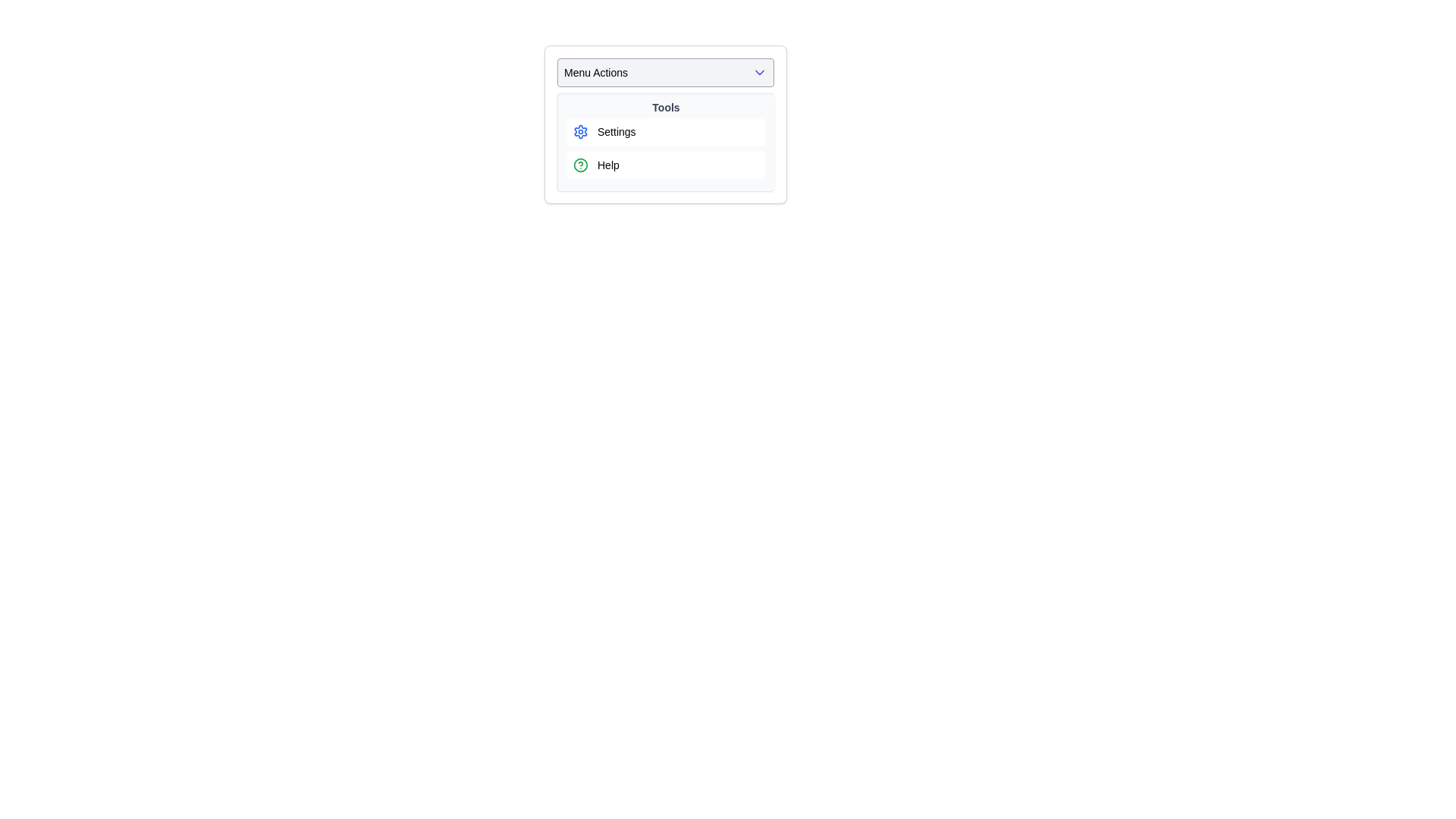 The image size is (1456, 819). I want to click on the dropdown toggle icon located on the right side of the 'Menu Actions' header section, so click(760, 73).